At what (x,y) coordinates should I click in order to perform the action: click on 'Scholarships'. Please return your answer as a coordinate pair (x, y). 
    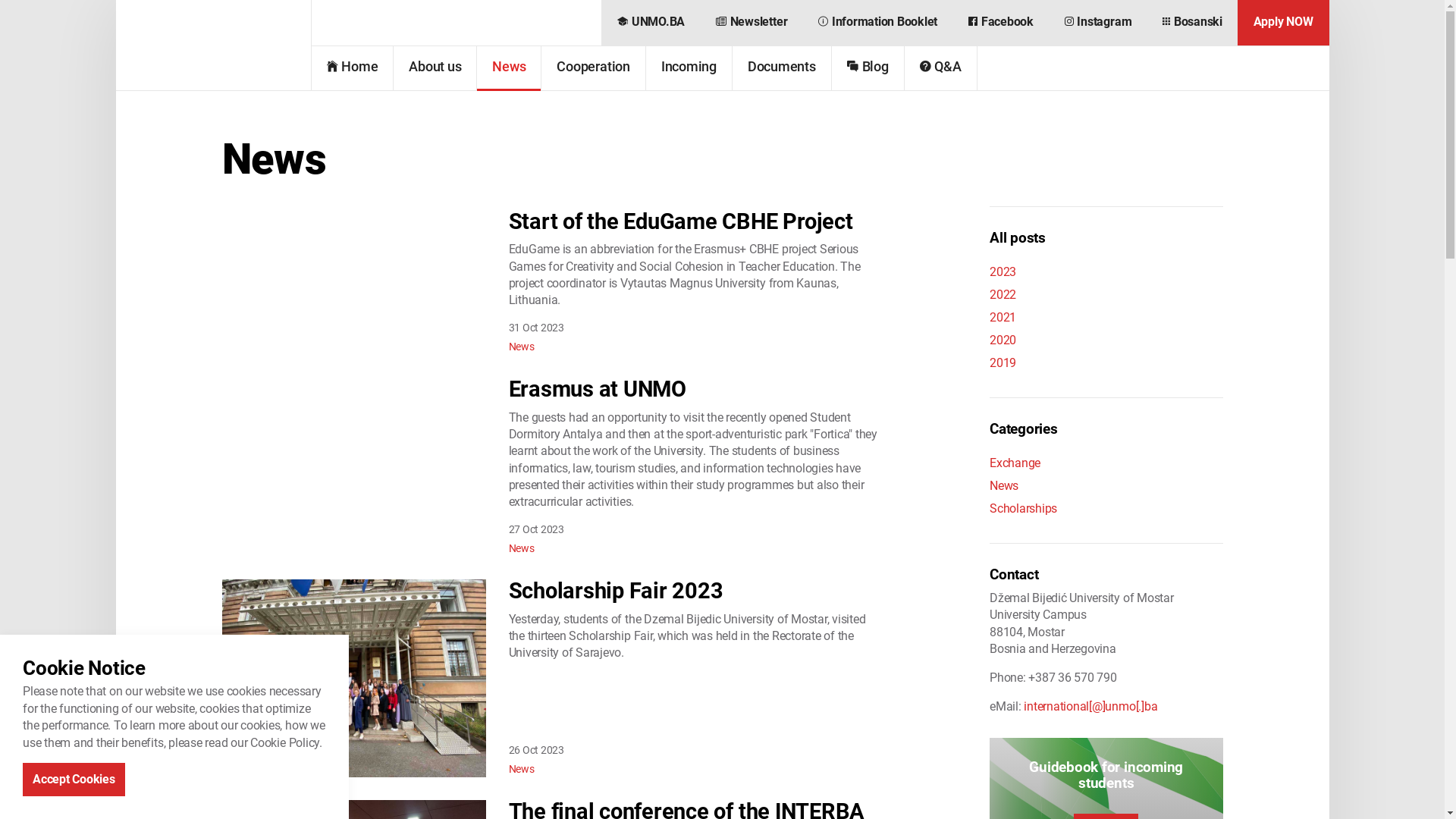
    Looking at the image, I should click on (1106, 509).